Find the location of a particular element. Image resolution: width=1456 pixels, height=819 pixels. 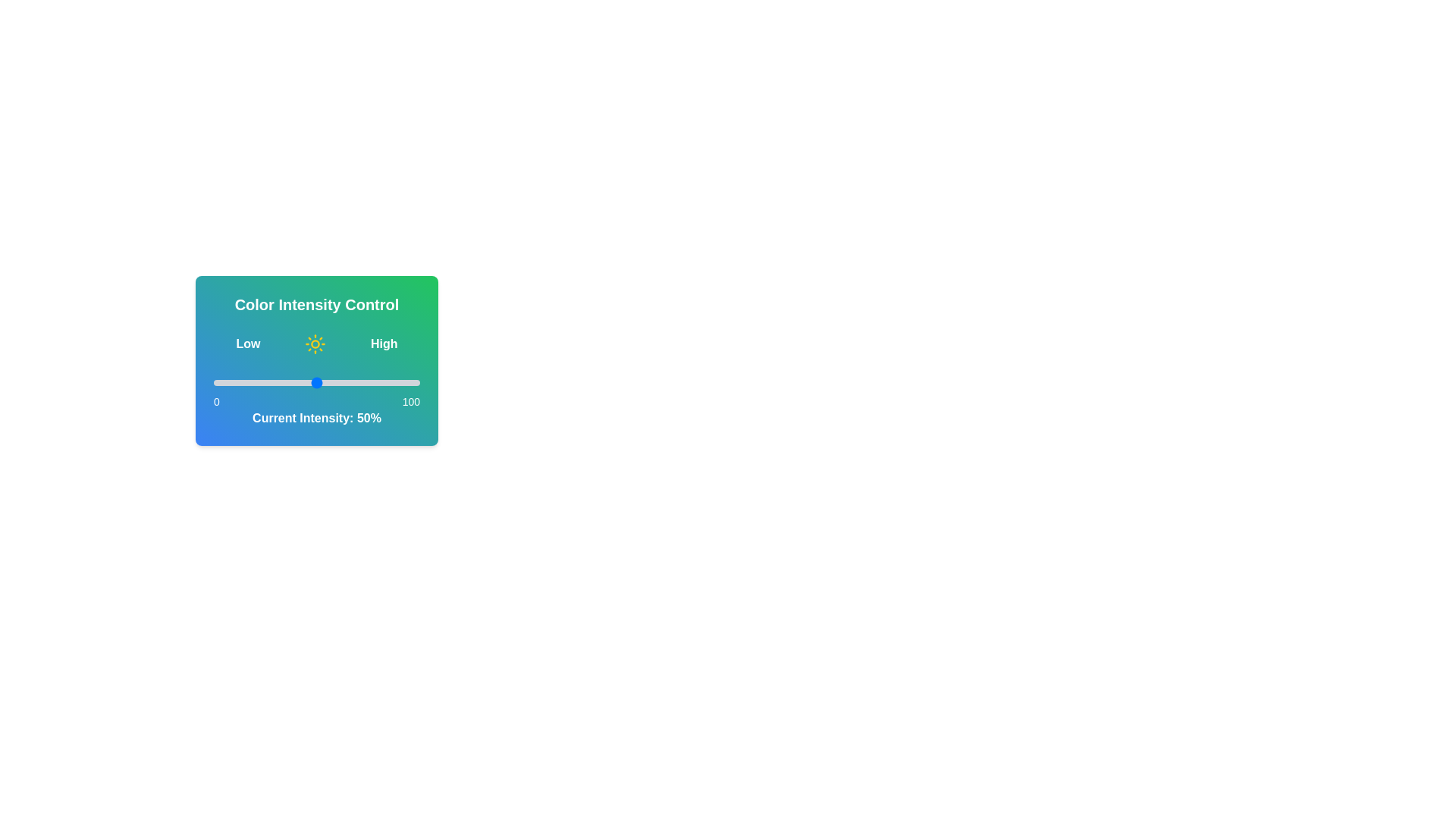

the Group containing the texts 'Low' and 'High' with a sun-like icon in the center, located under the header 'Color Intensity Control' is located at coordinates (315, 344).